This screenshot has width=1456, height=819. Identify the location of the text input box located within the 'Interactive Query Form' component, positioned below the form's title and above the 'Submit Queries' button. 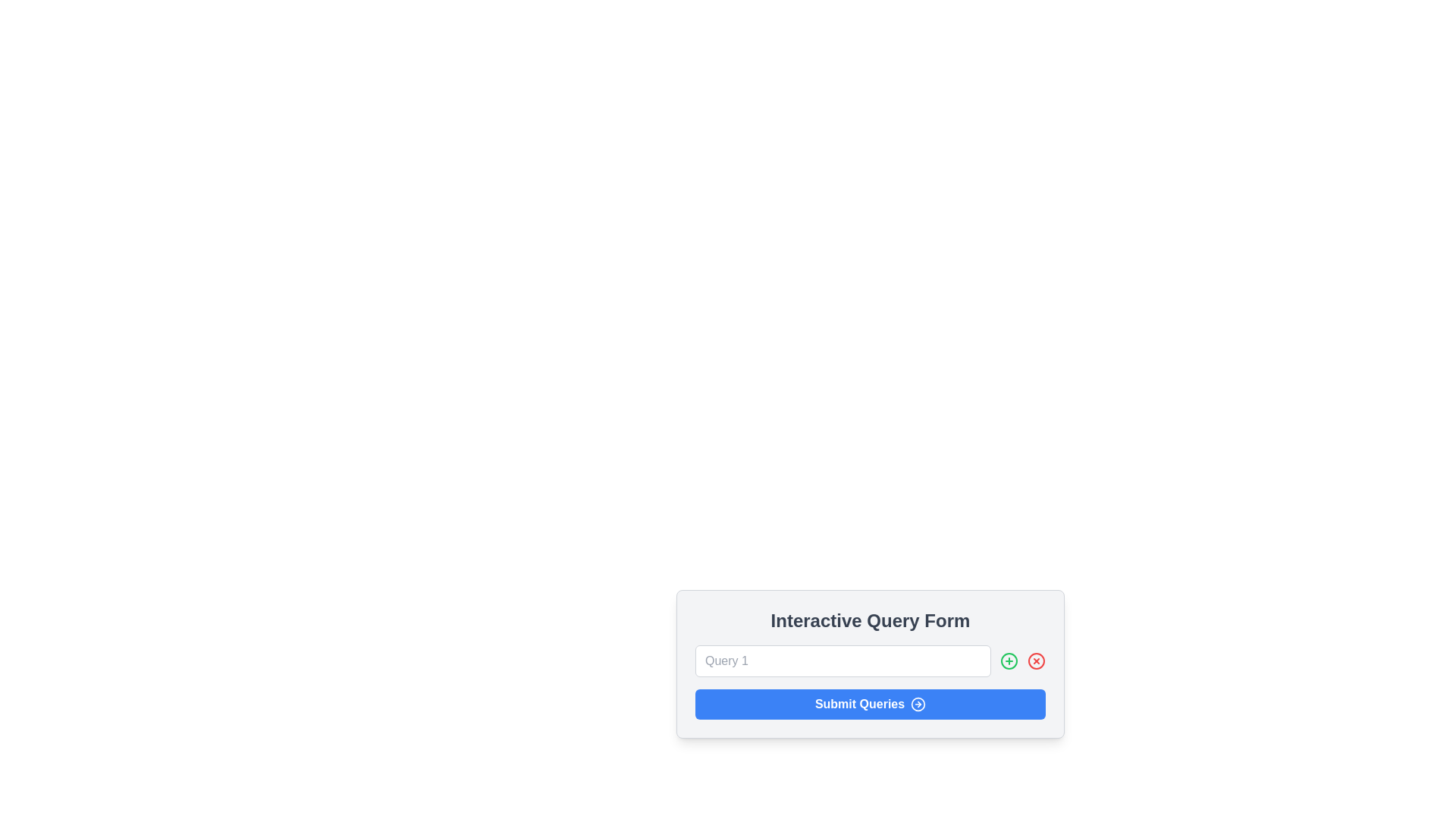
(870, 660).